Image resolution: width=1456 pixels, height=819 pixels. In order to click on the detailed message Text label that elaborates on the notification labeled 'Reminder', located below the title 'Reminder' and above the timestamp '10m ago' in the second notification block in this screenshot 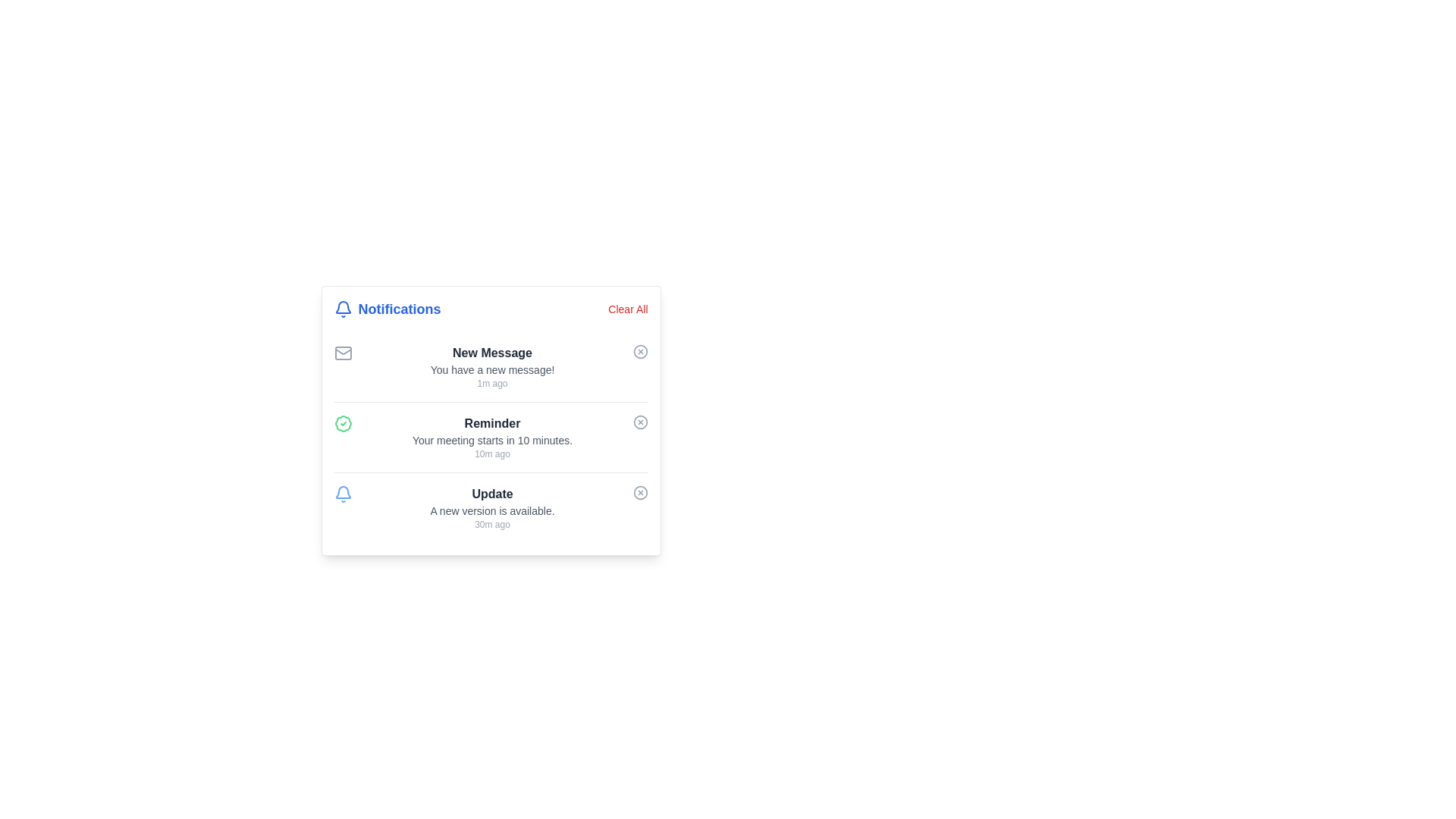, I will do `click(492, 441)`.